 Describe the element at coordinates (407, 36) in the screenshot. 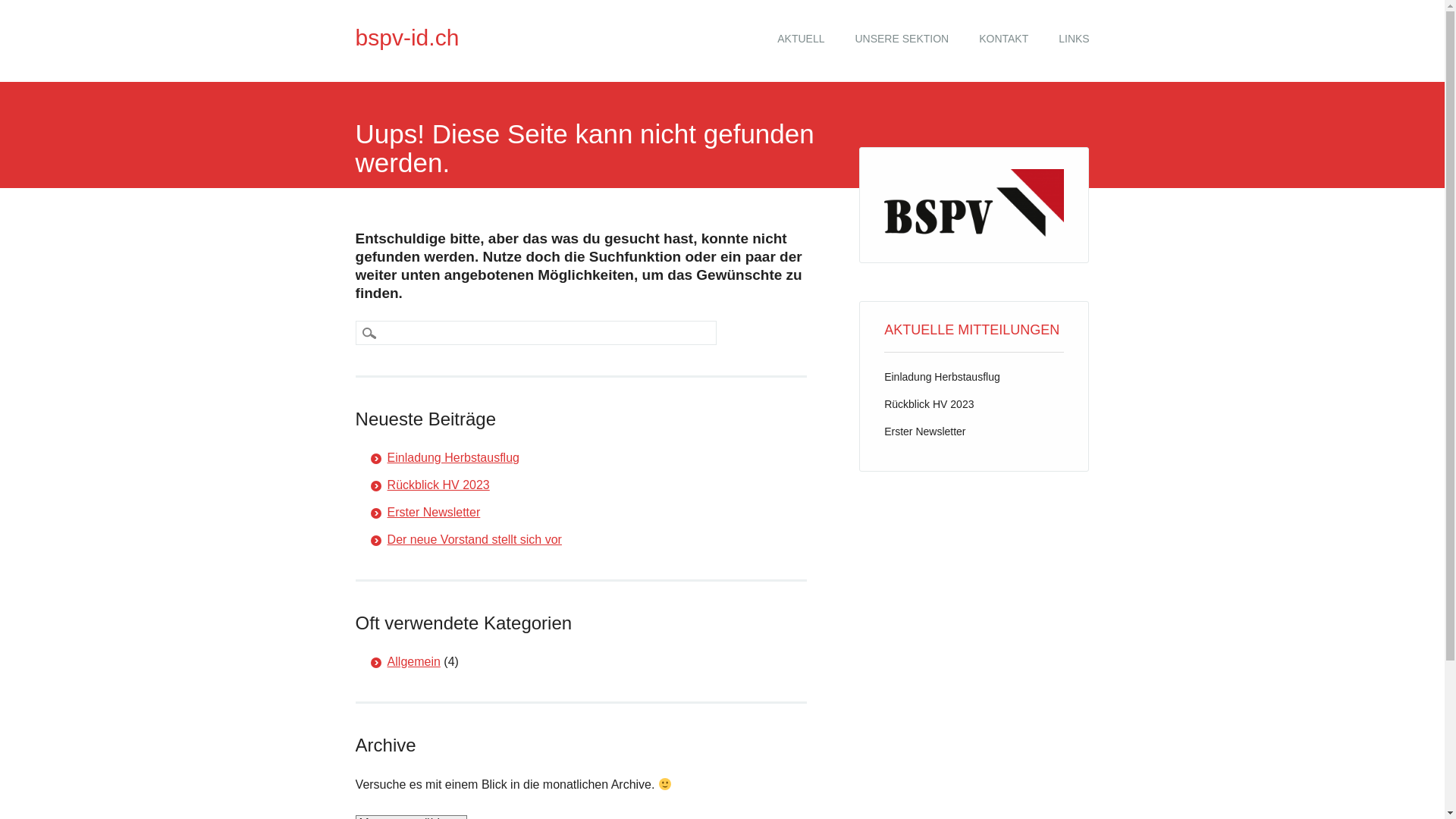

I see `'bspv-id.ch'` at that location.